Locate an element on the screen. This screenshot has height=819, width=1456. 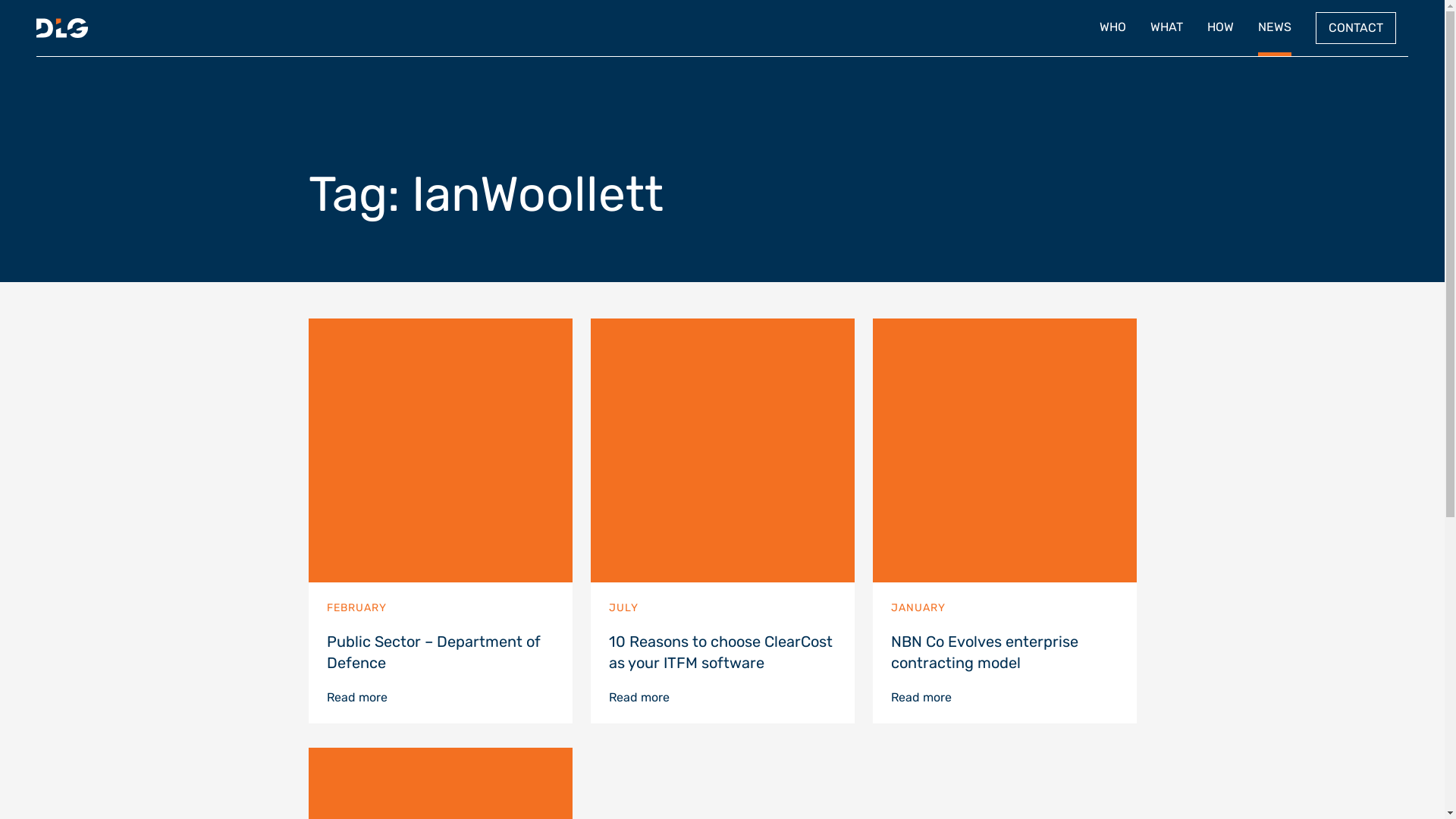
'Skip to content' is located at coordinates (1443, 0).